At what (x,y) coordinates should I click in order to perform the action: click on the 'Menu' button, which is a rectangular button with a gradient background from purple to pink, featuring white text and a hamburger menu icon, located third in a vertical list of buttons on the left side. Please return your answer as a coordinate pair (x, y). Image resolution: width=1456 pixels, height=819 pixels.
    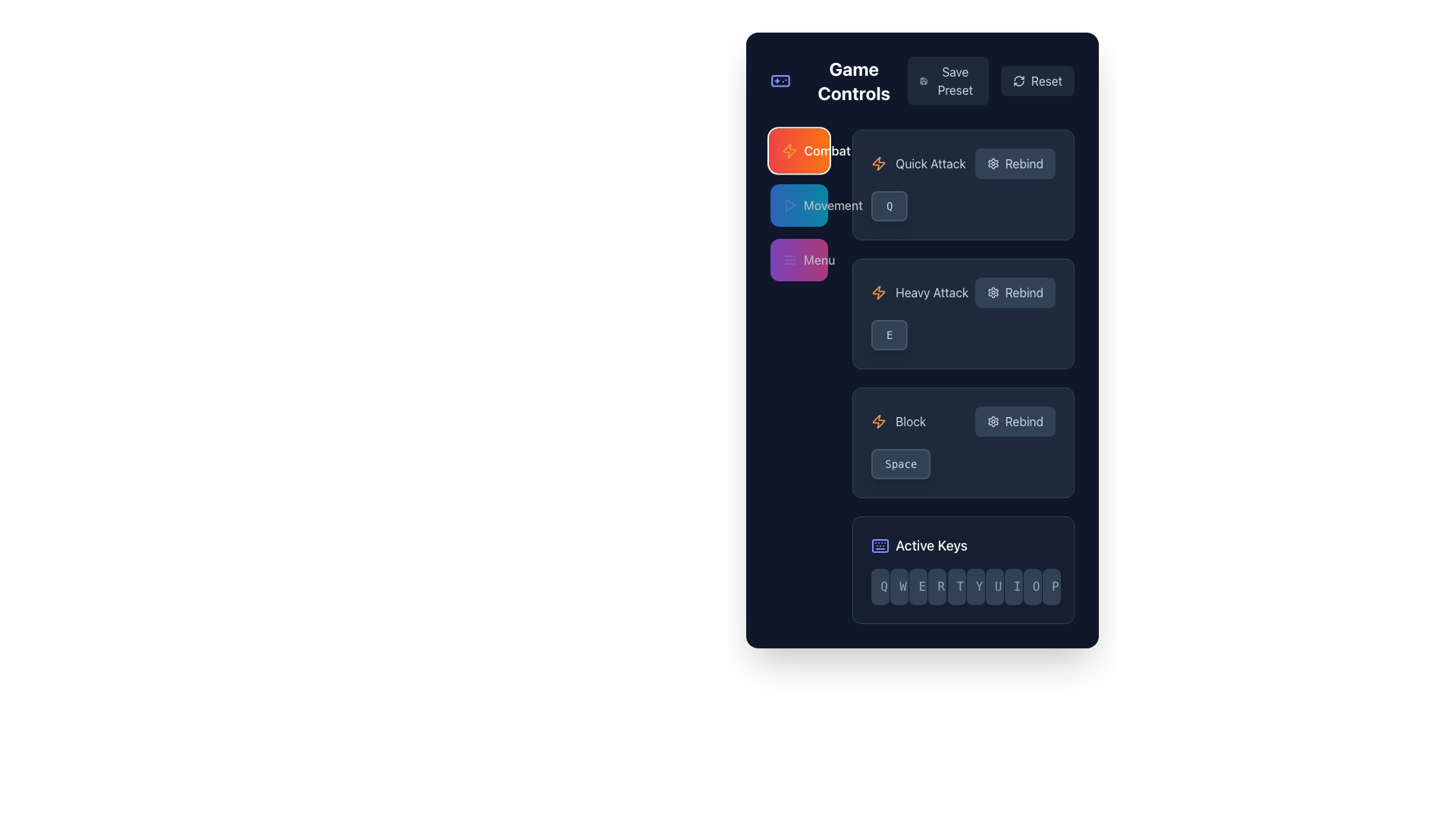
    Looking at the image, I should click on (799, 259).